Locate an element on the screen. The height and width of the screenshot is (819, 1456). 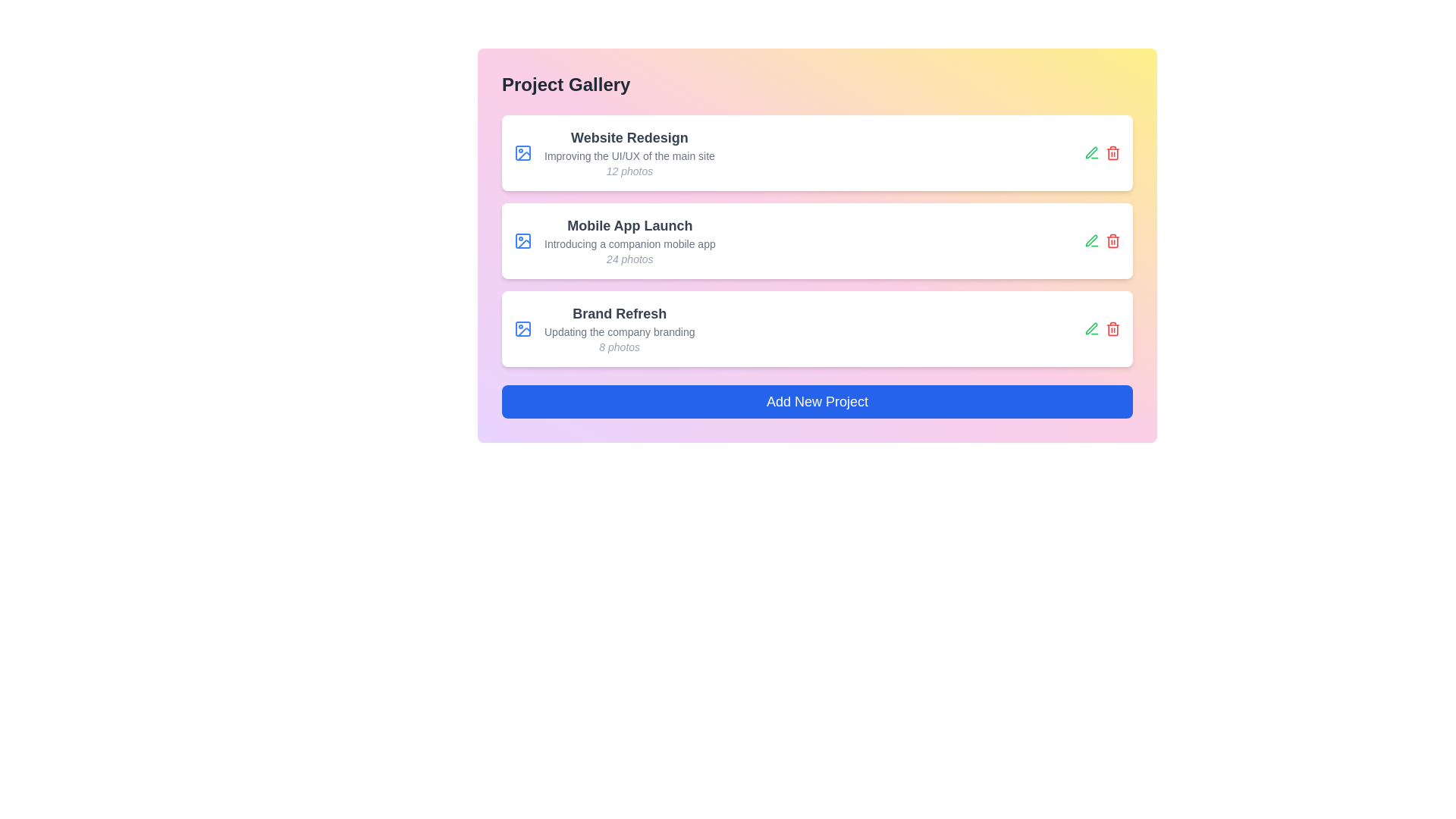
delete icon next to the project named Brand Refresh to delete it is located at coordinates (1113, 328).